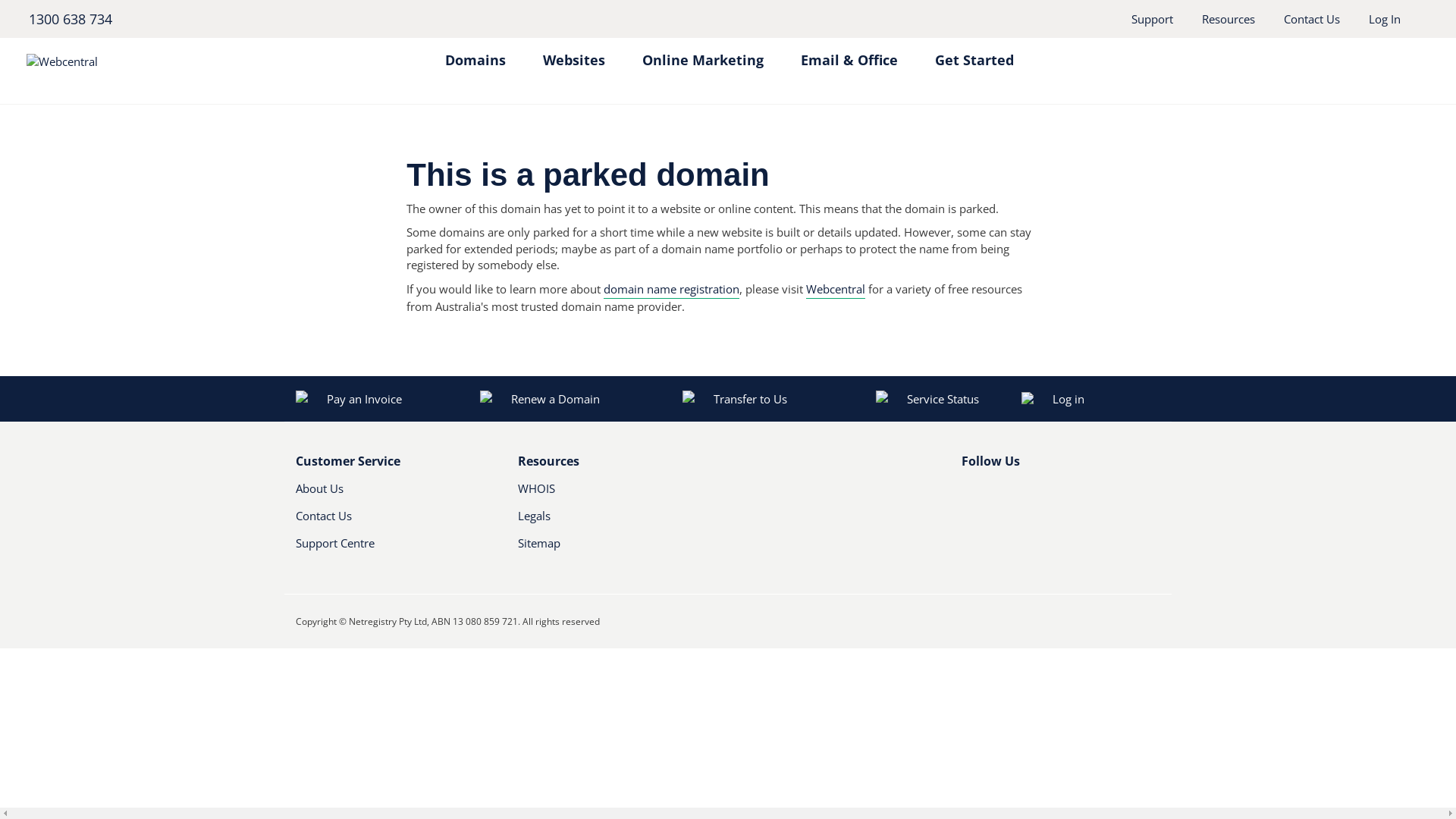 The image size is (1456, 819). Describe the element at coordinates (473, 52) in the screenshot. I see `'Domains'` at that location.